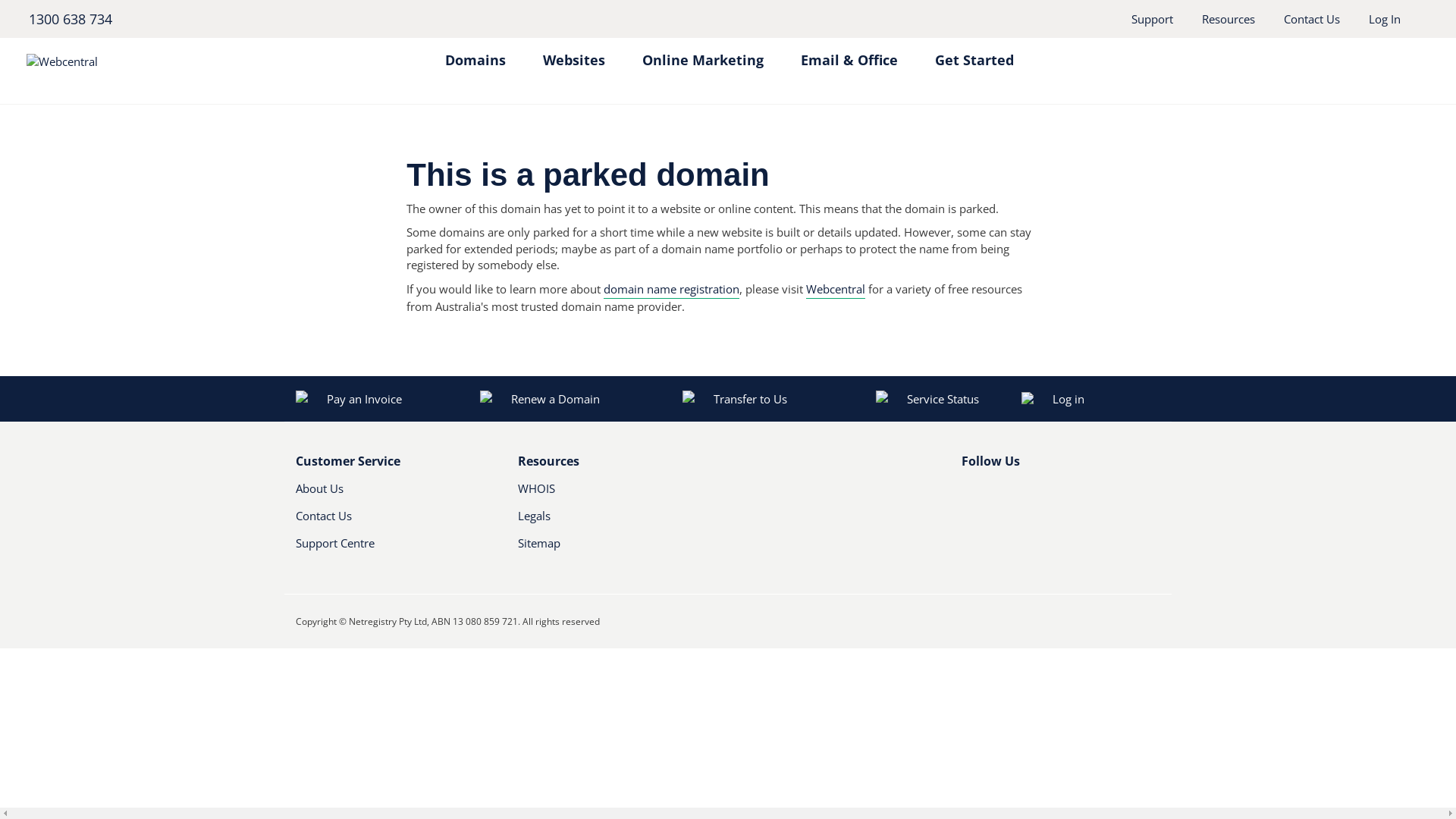 The image size is (1456, 819). Describe the element at coordinates (473, 52) in the screenshot. I see `'Domains'` at that location.